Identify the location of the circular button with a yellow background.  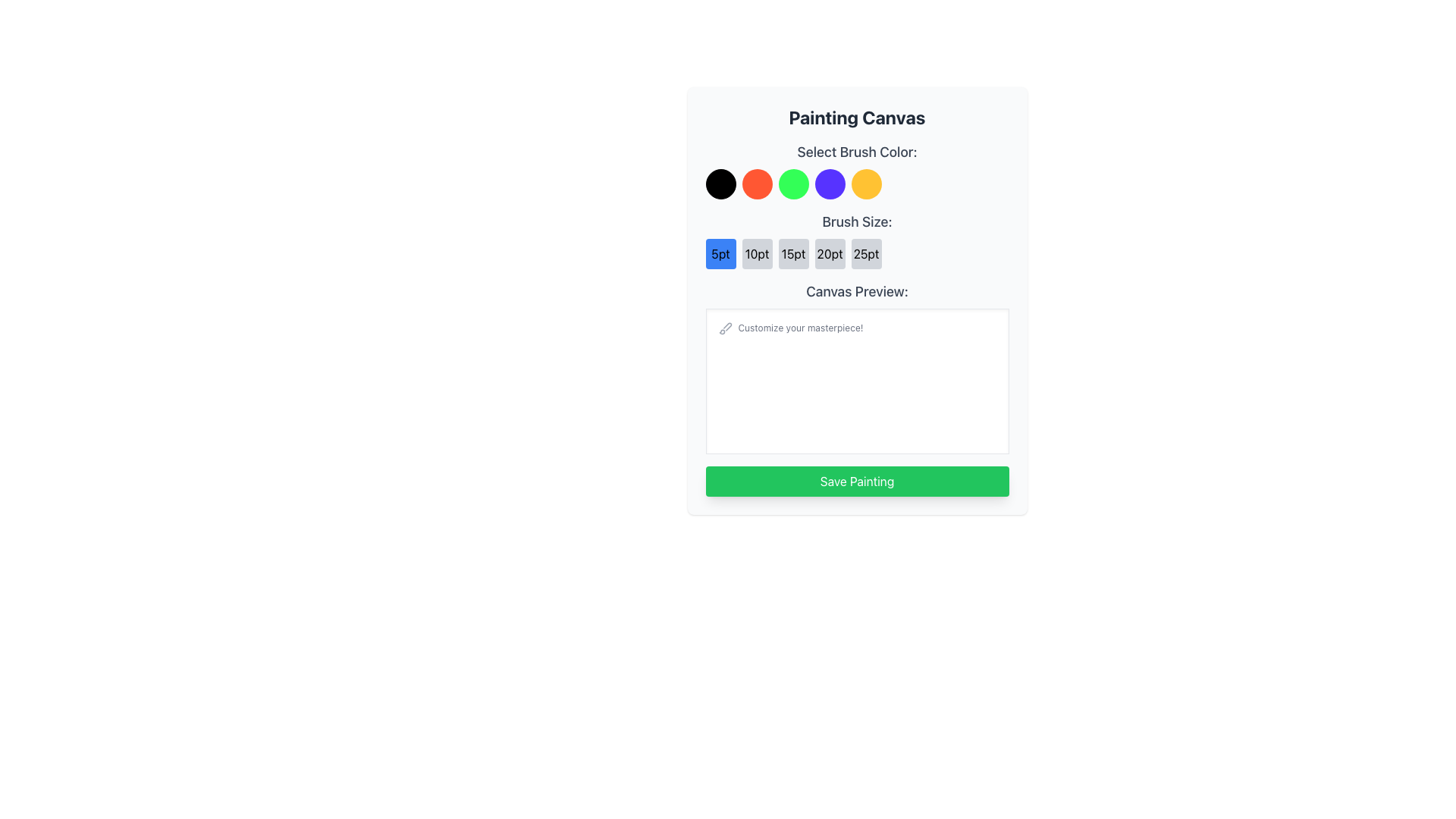
(866, 184).